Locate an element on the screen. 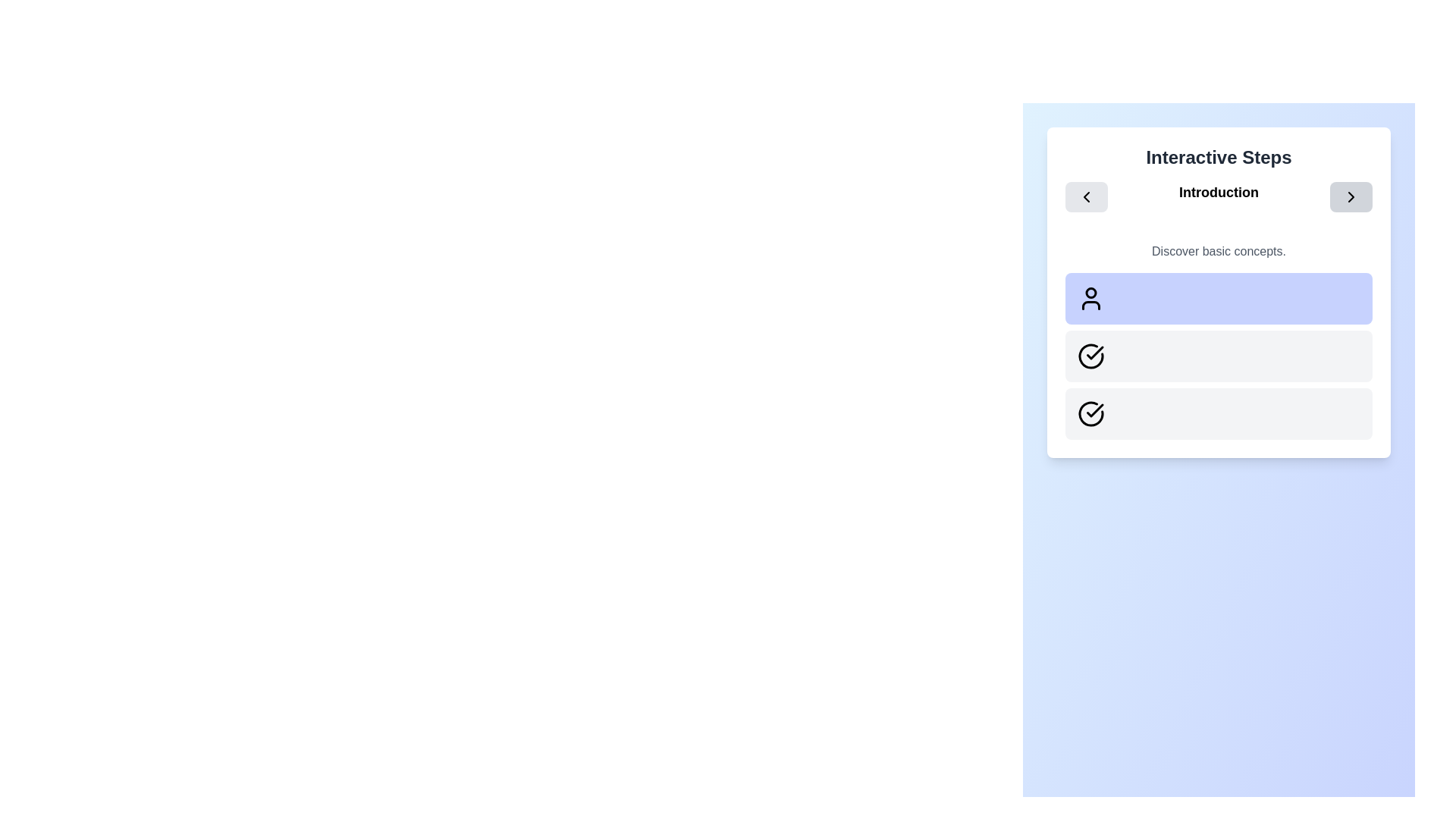  the left-pointing chevron arrow icon located at the center of the left navigation button in the 'Interactive Steps' interface is located at coordinates (1086, 196).